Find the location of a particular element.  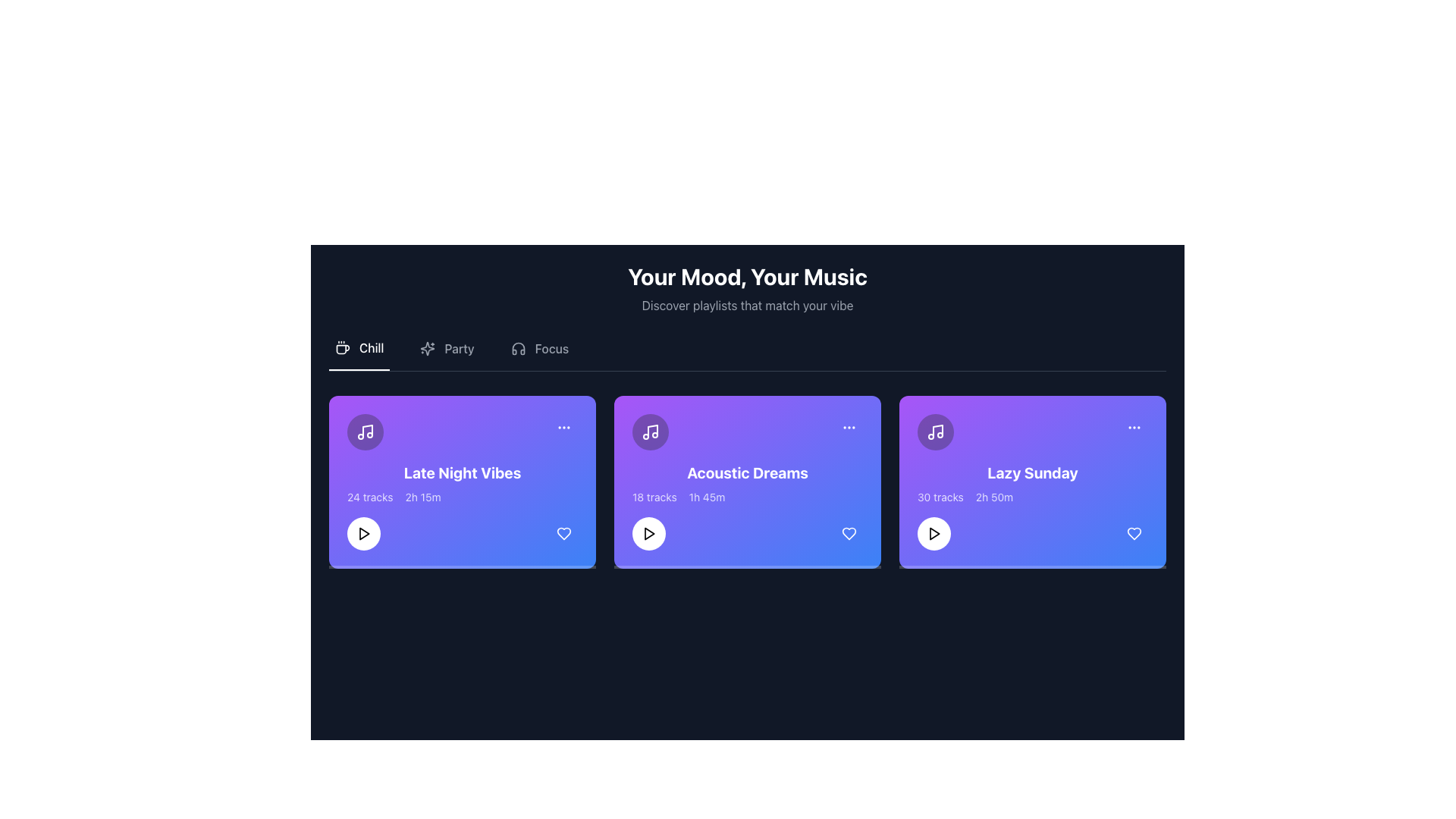

the decorative 'Party' theme icon located in the top navigation bar, between the 'Chill' and 'Focus' icons is located at coordinates (427, 348).